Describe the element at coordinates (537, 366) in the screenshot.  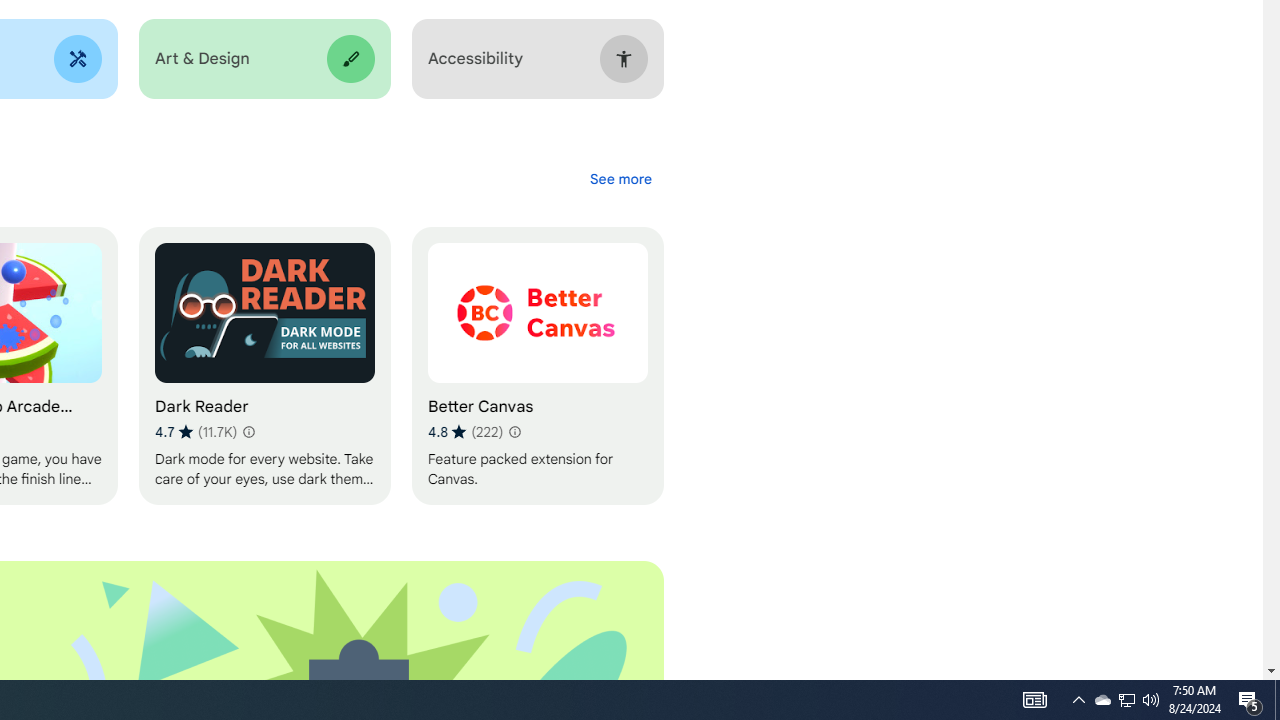
I see `'Better Canvas'` at that location.